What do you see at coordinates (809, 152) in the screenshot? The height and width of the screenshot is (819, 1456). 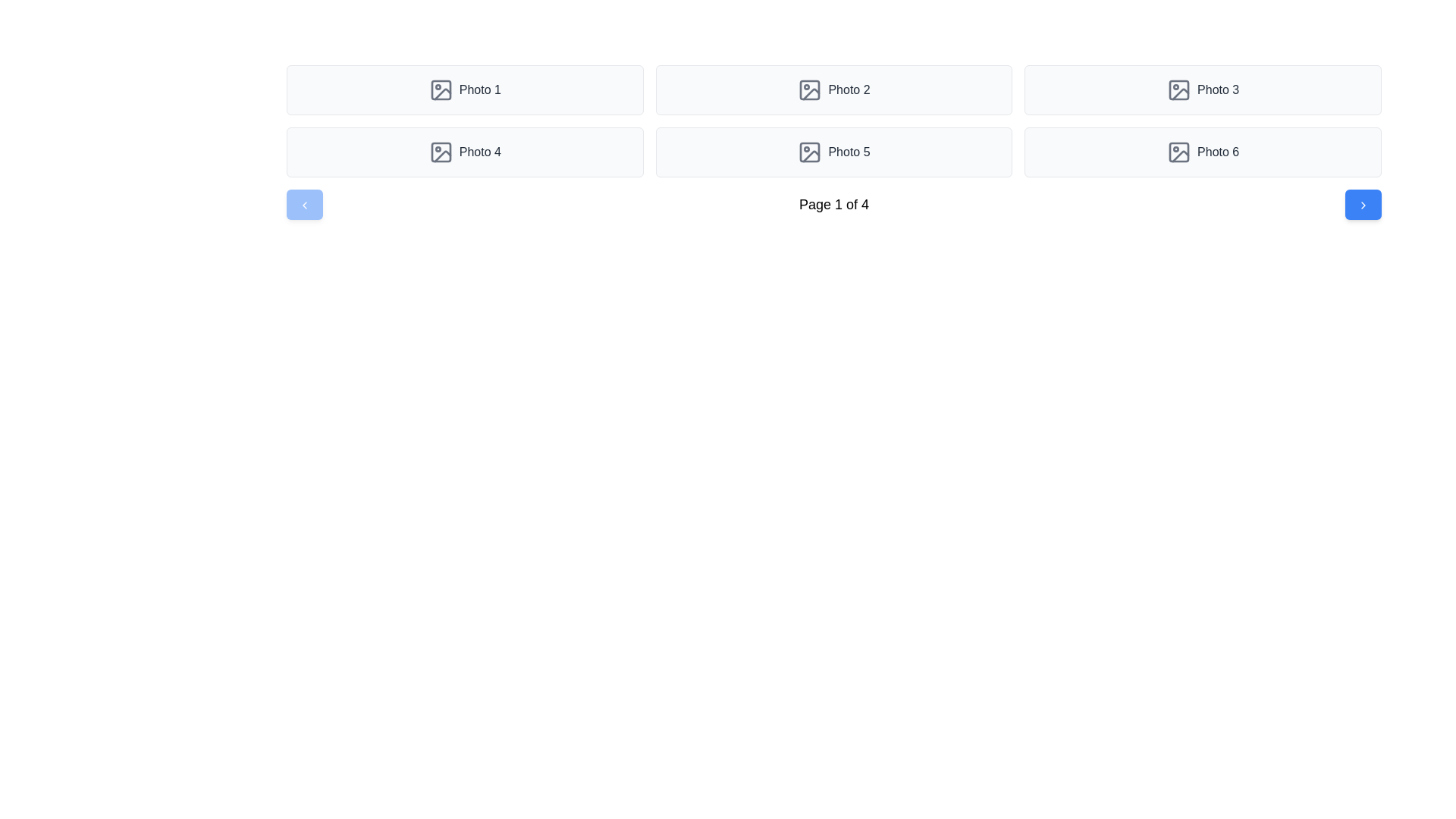 I see `the small rounded rectangle filled with gray within the photo icon graphic` at bounding box center [809, 152].